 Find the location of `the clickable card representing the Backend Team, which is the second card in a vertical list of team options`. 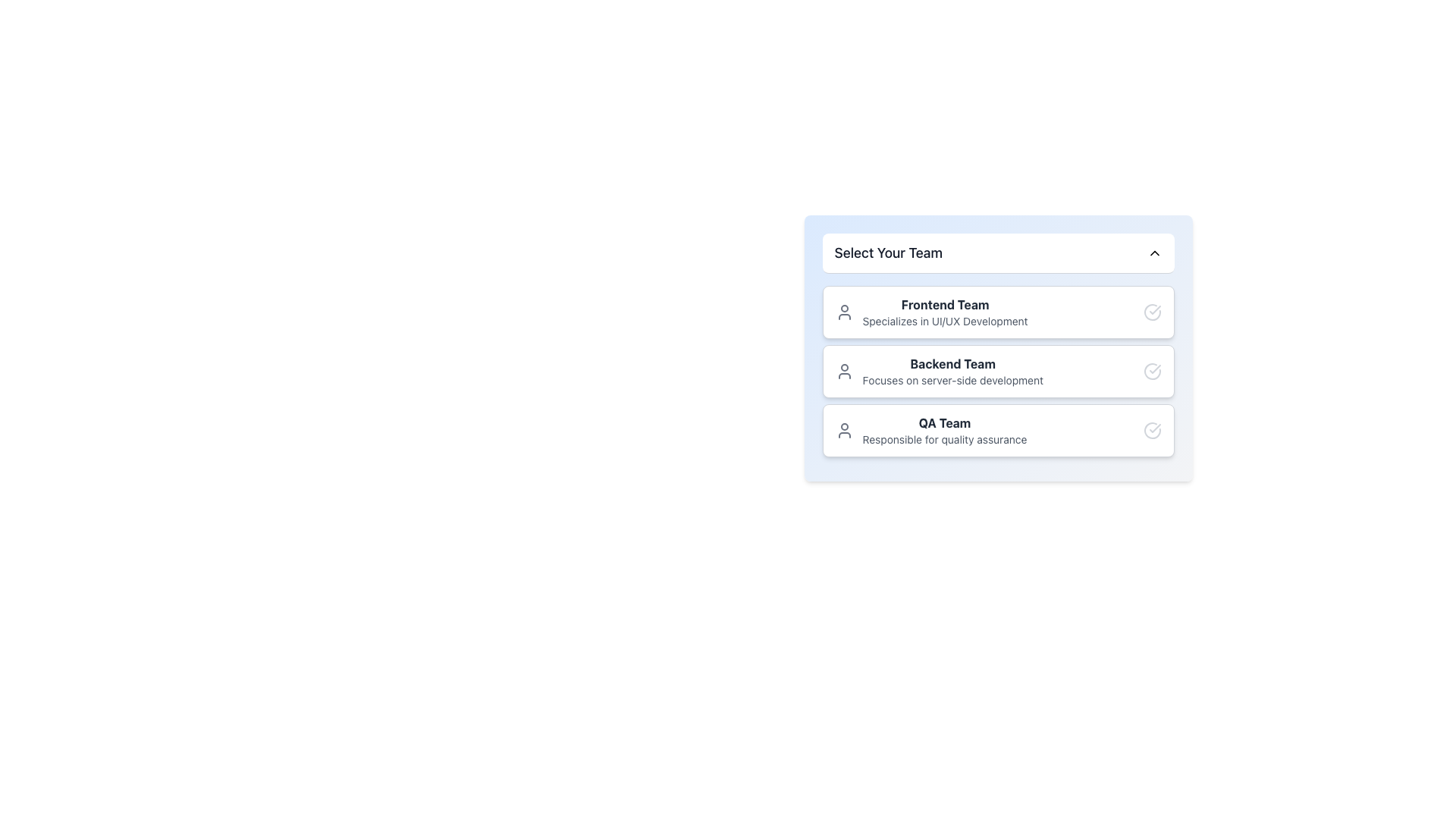

the clickable card representing the Backend Team, which is the second card in a vertical list of team options is located at coordinates (938, 371).